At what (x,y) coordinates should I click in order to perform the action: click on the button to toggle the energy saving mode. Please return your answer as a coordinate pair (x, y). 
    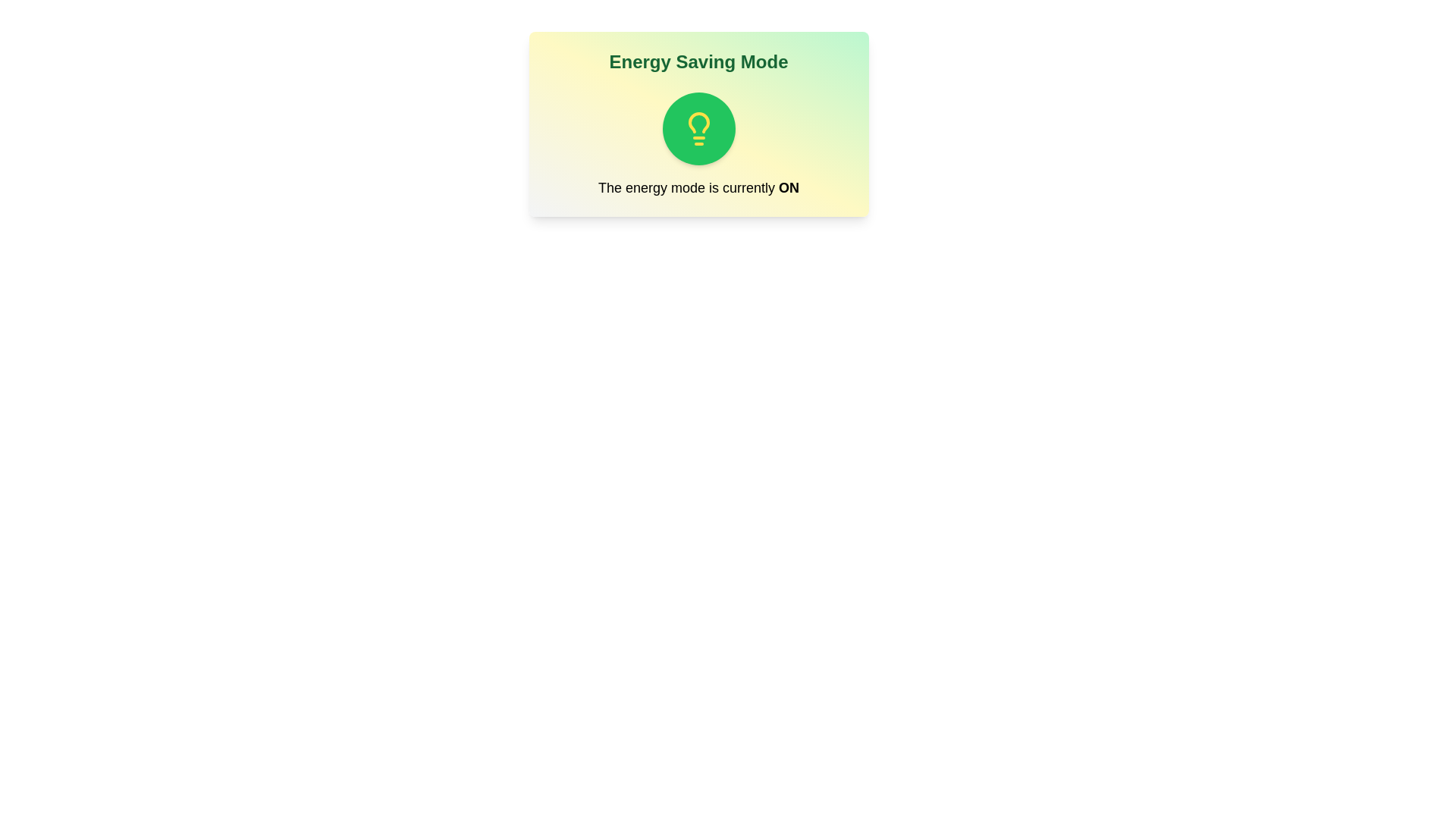
    Looking at the image, I should click on (698, 127).